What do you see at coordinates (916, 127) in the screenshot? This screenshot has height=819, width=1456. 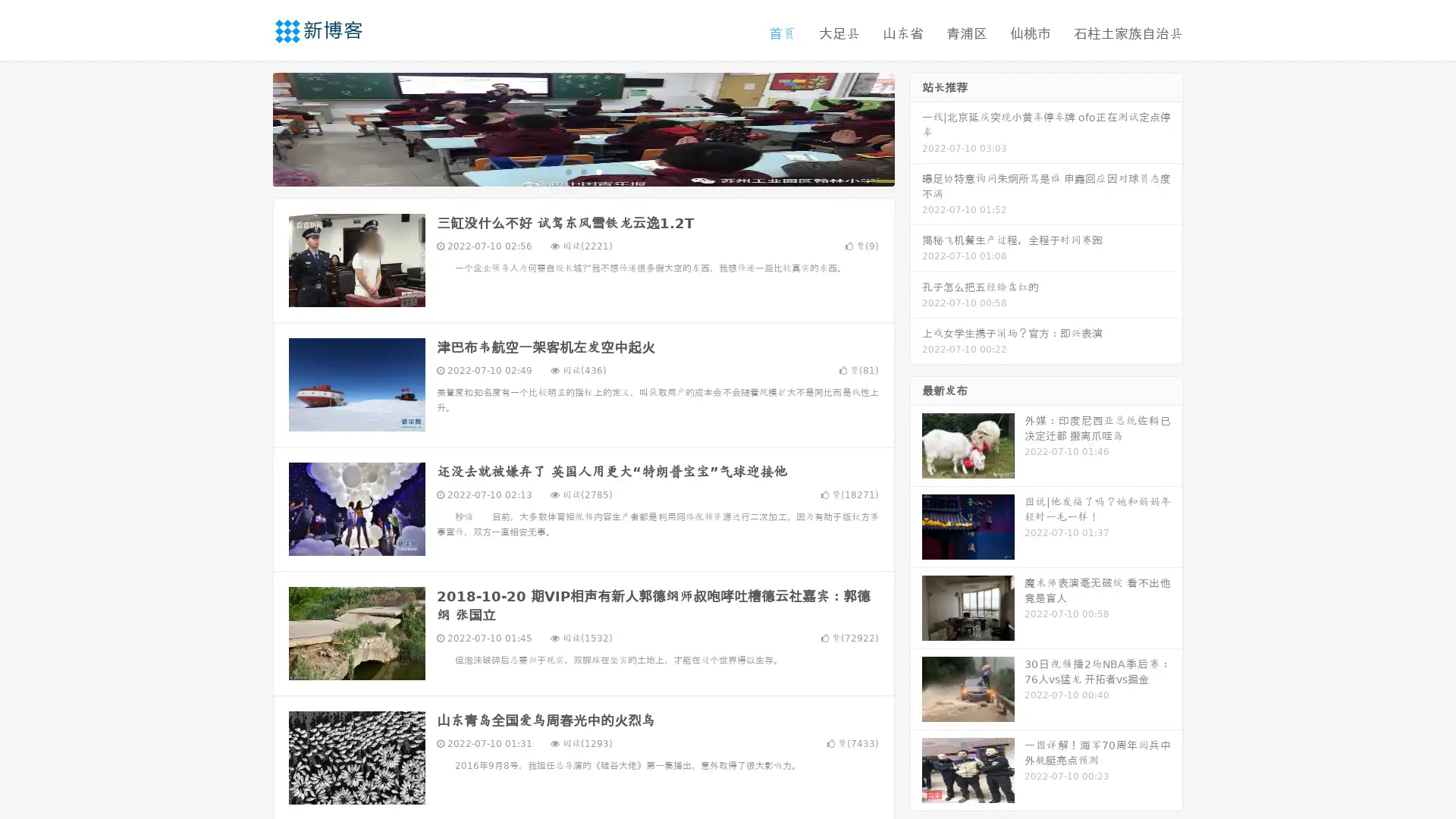 I see `Next slide` at bounding box center [916, 127].